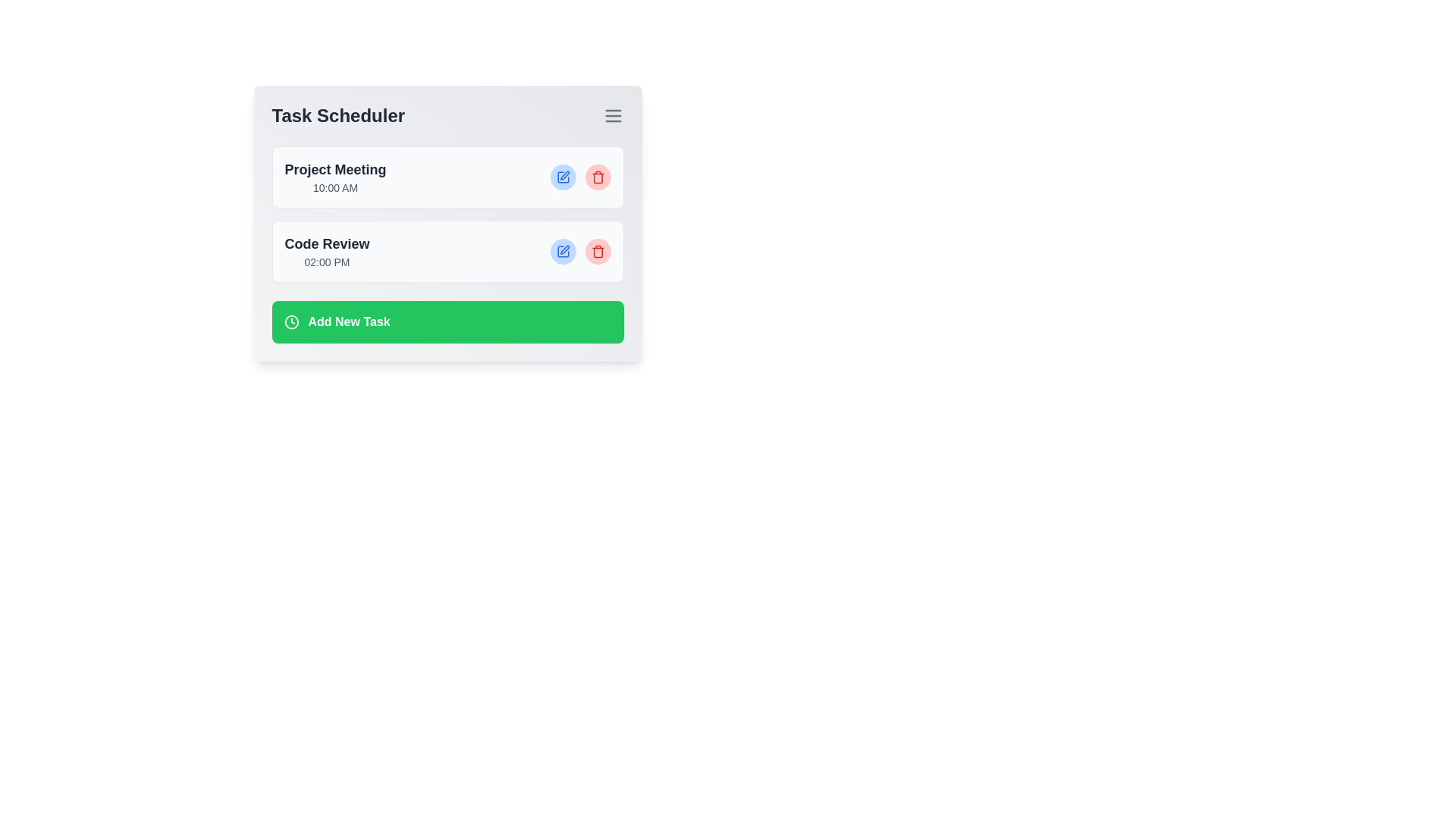  Describe the element at coordinates (563, 249) in the screenshot. I see `the pencil icon located in the second task entry of the task scheduler UI, which is the first icon beside the 'Code Review' task` at that location.